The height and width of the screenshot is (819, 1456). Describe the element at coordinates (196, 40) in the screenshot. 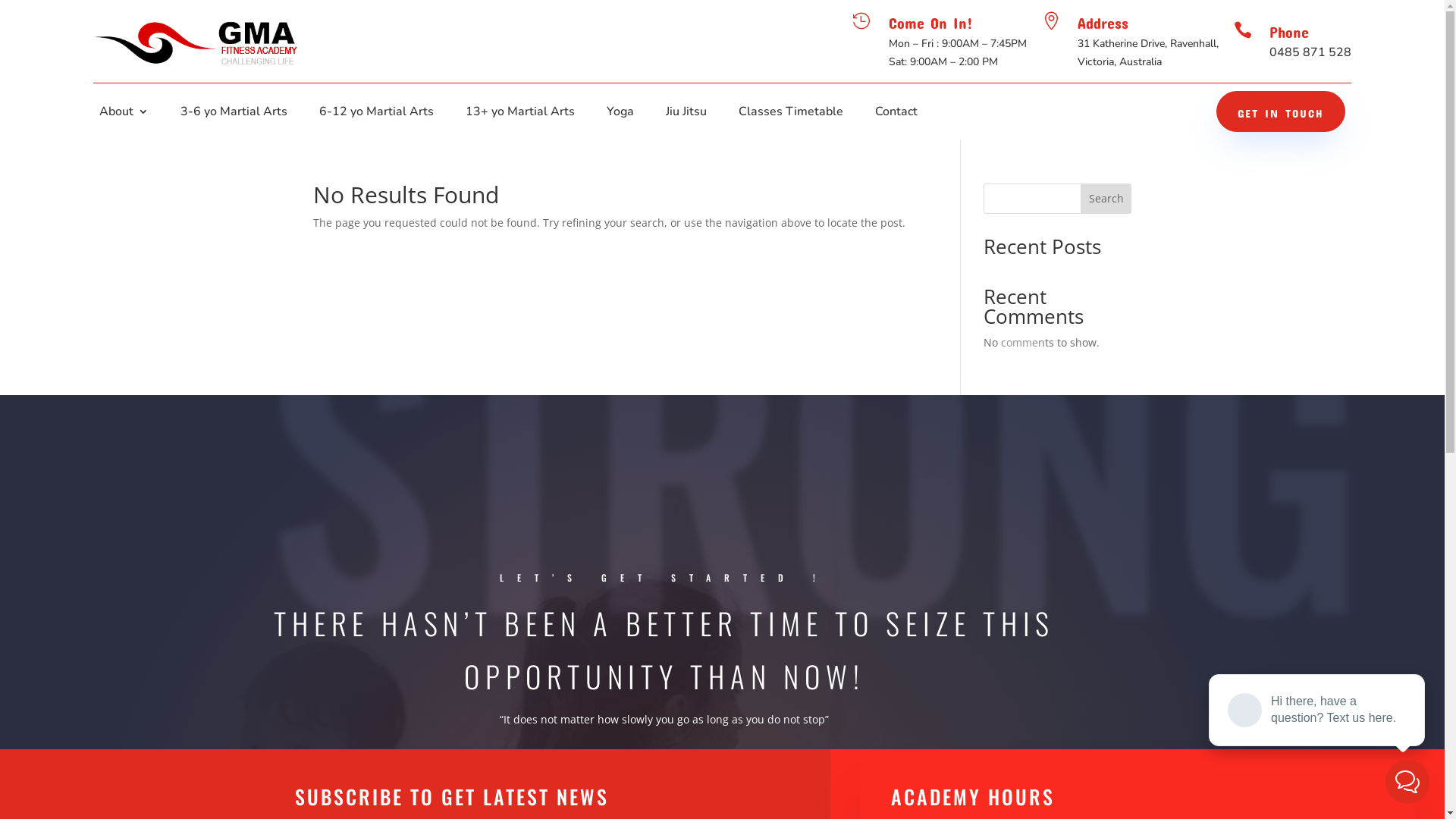

I see `'logo-'` at that location.